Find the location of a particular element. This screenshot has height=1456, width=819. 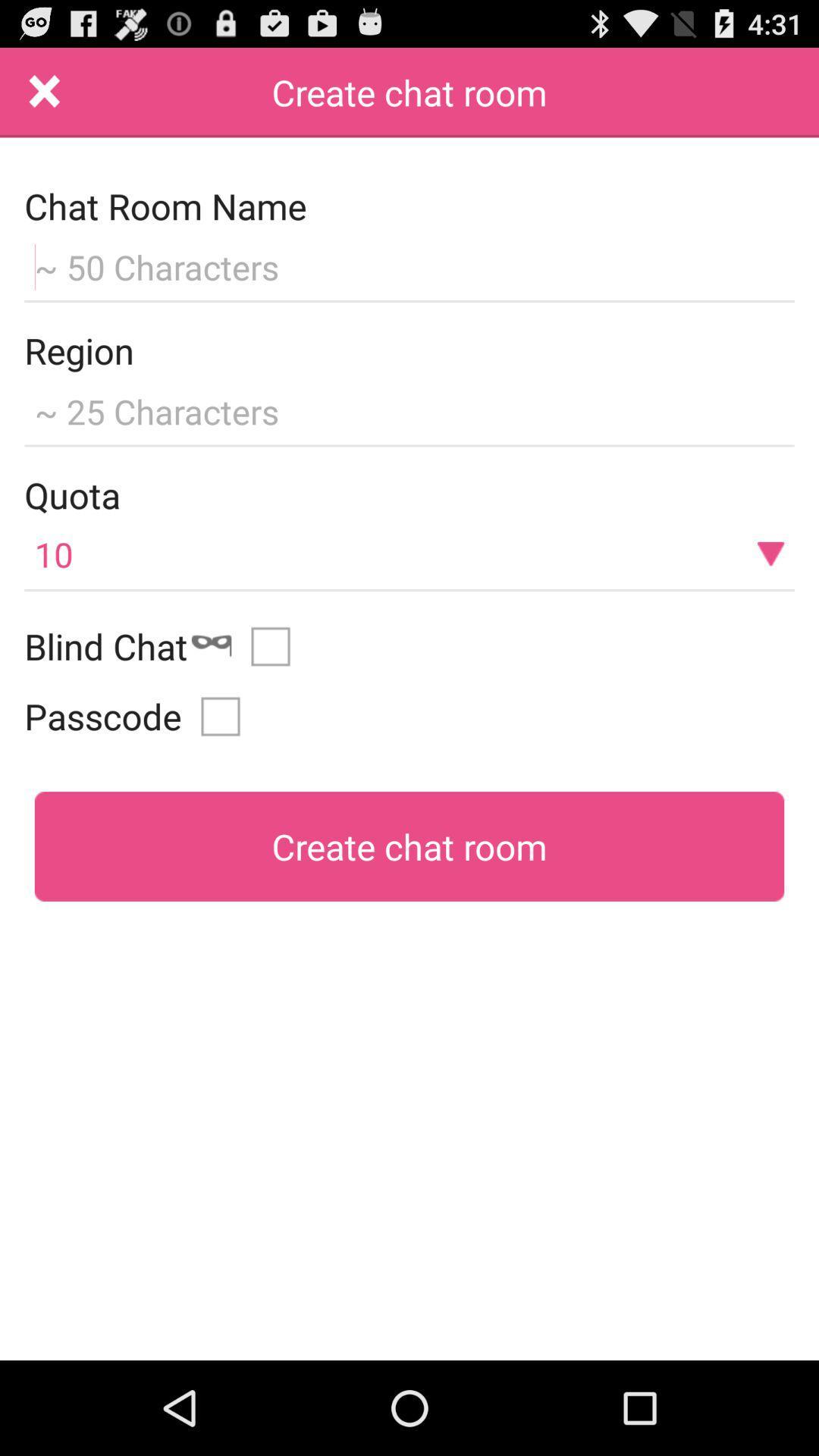

the item above chat room name is located at coordinates (44, 92).